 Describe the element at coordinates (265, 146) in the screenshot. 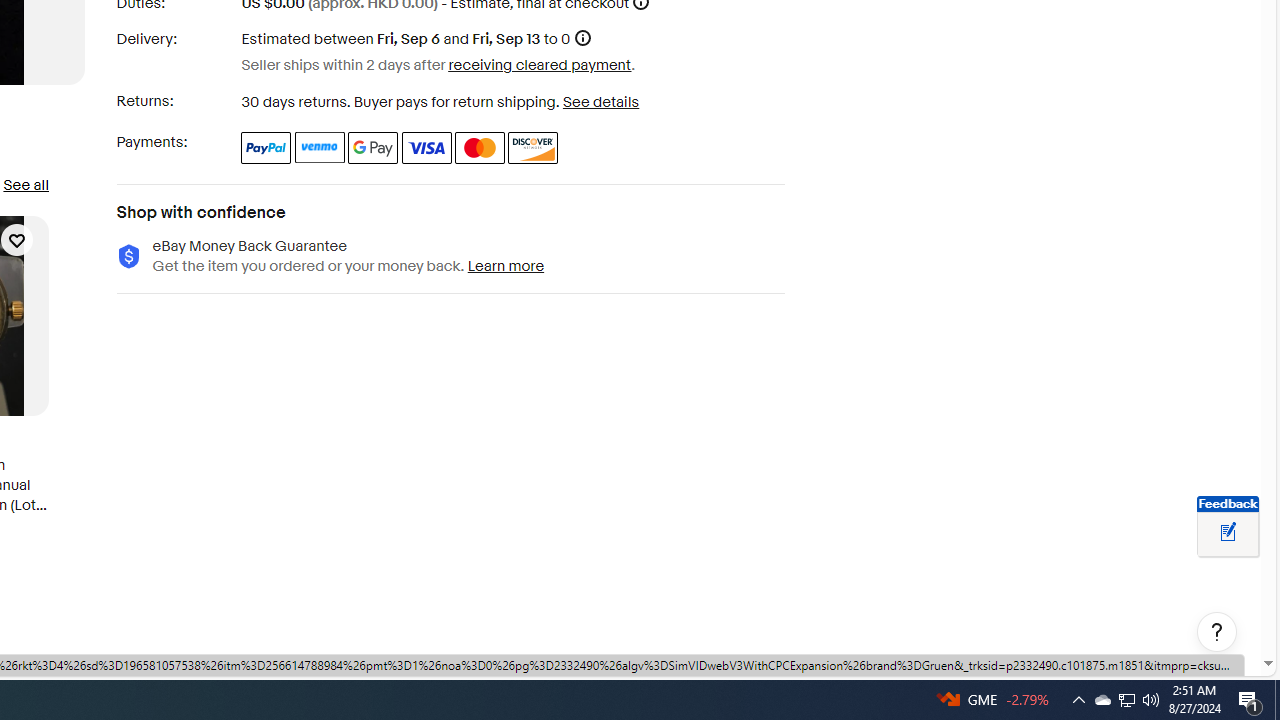

I see `'PayPal'` at that location.